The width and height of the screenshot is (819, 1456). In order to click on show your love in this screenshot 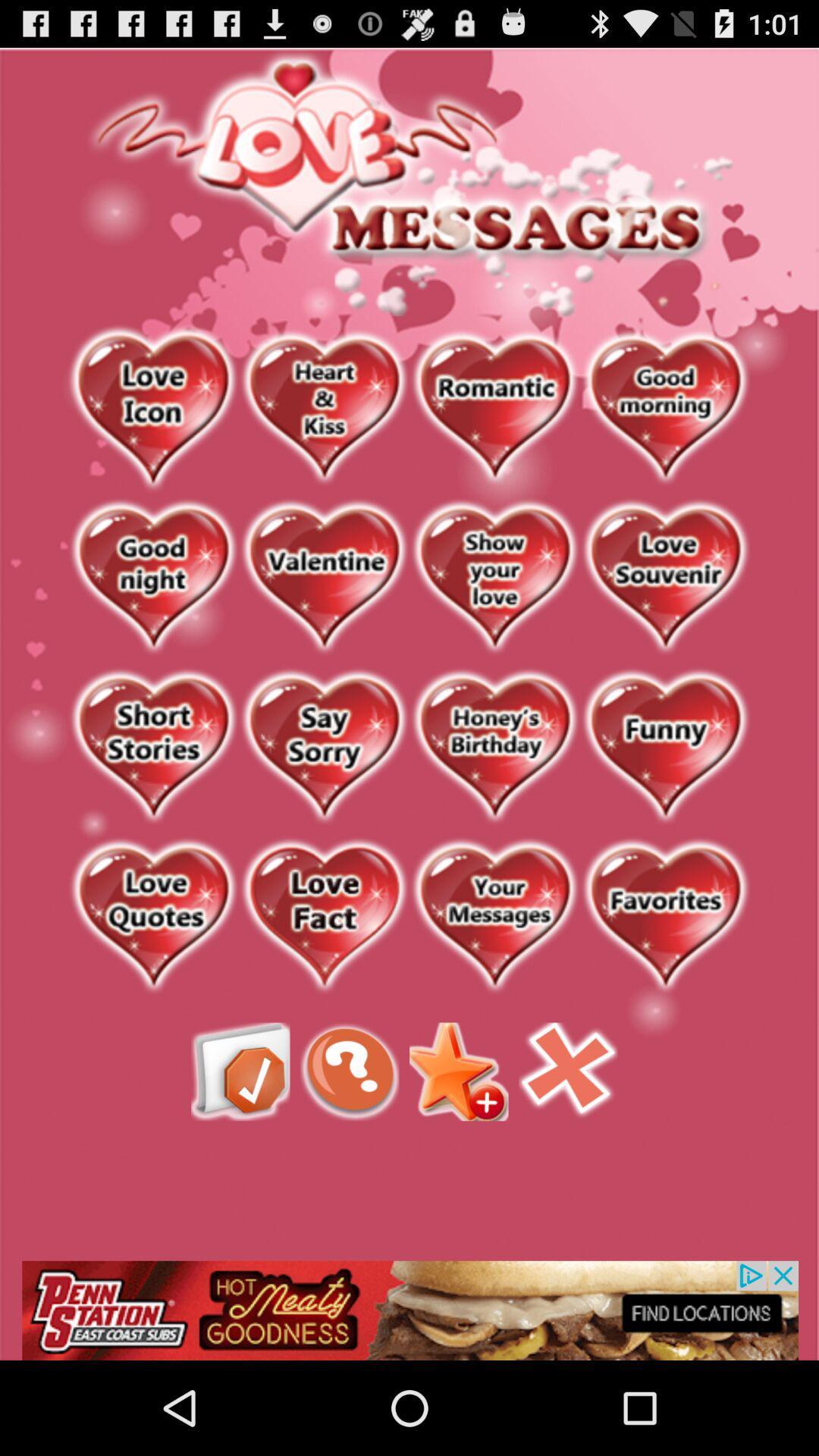, I will do `click(494, 577)`.